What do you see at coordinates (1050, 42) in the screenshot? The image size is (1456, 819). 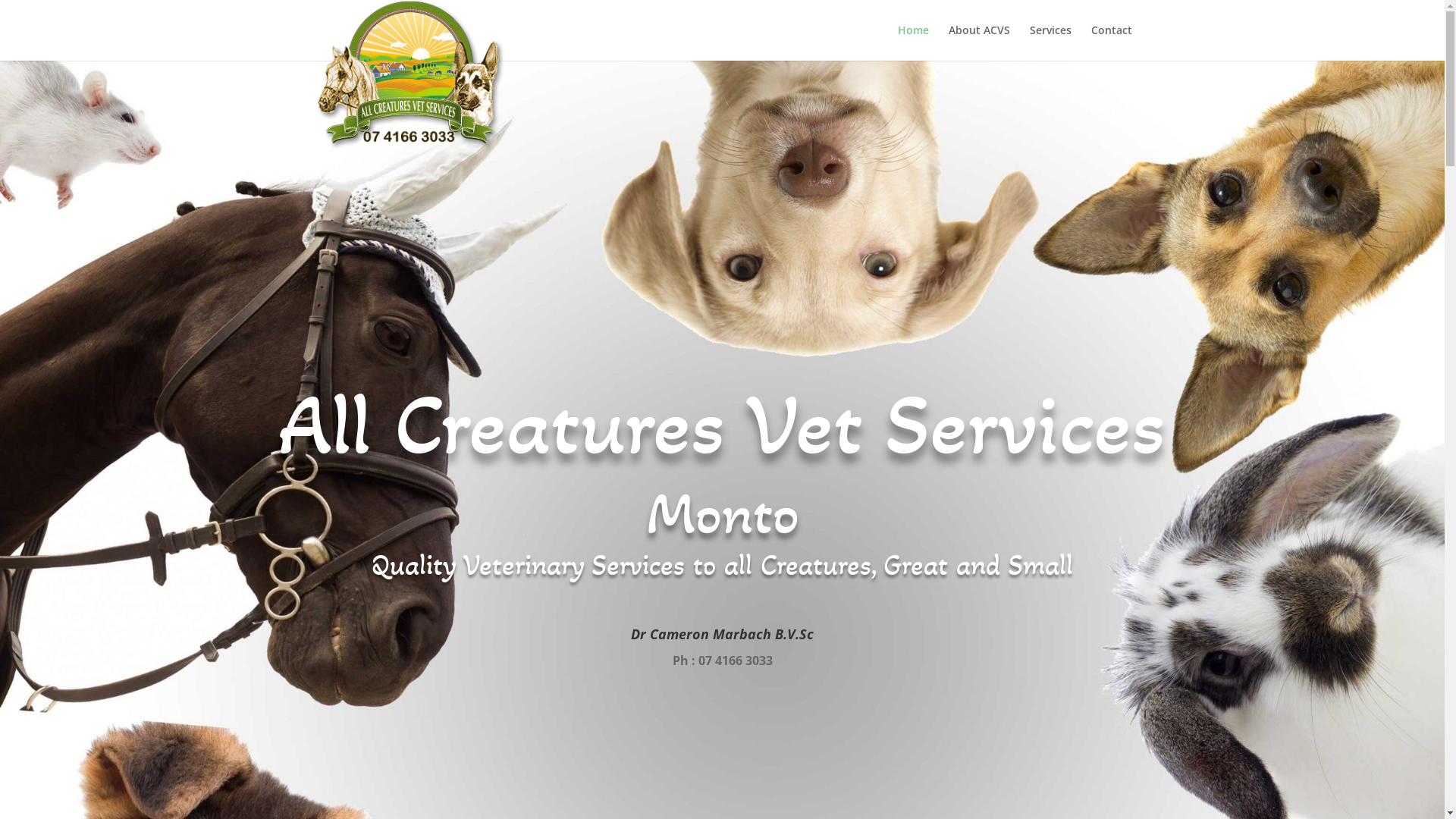 I see `'Services'` at bounding box center [1050, 42].